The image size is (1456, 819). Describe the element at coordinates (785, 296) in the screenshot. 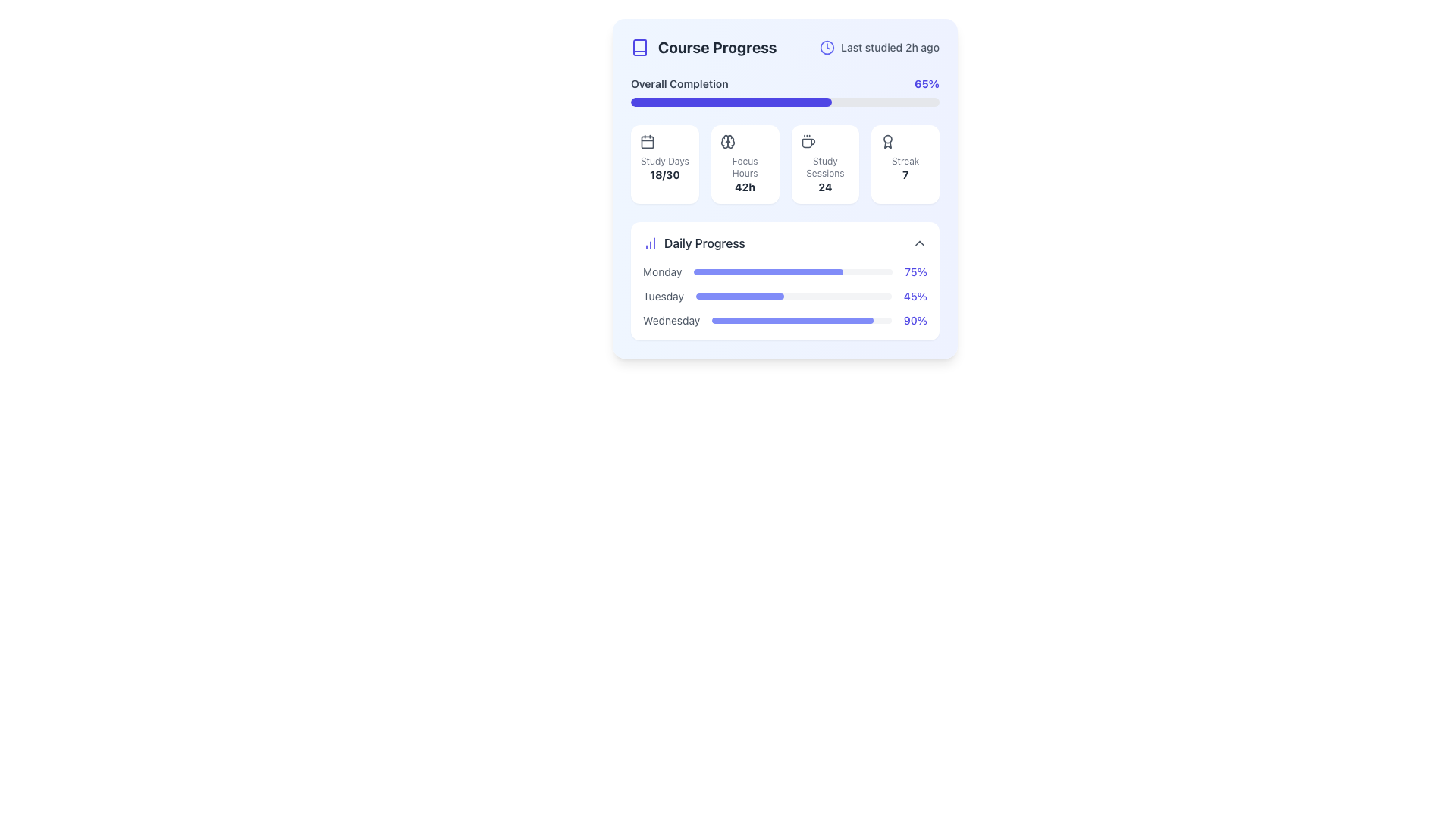

I see `the progress bar labeled 'Tuesday' which displays a 45% completion with an indigo filled portion, positioned within the 'Daily Progress' card` at that location.